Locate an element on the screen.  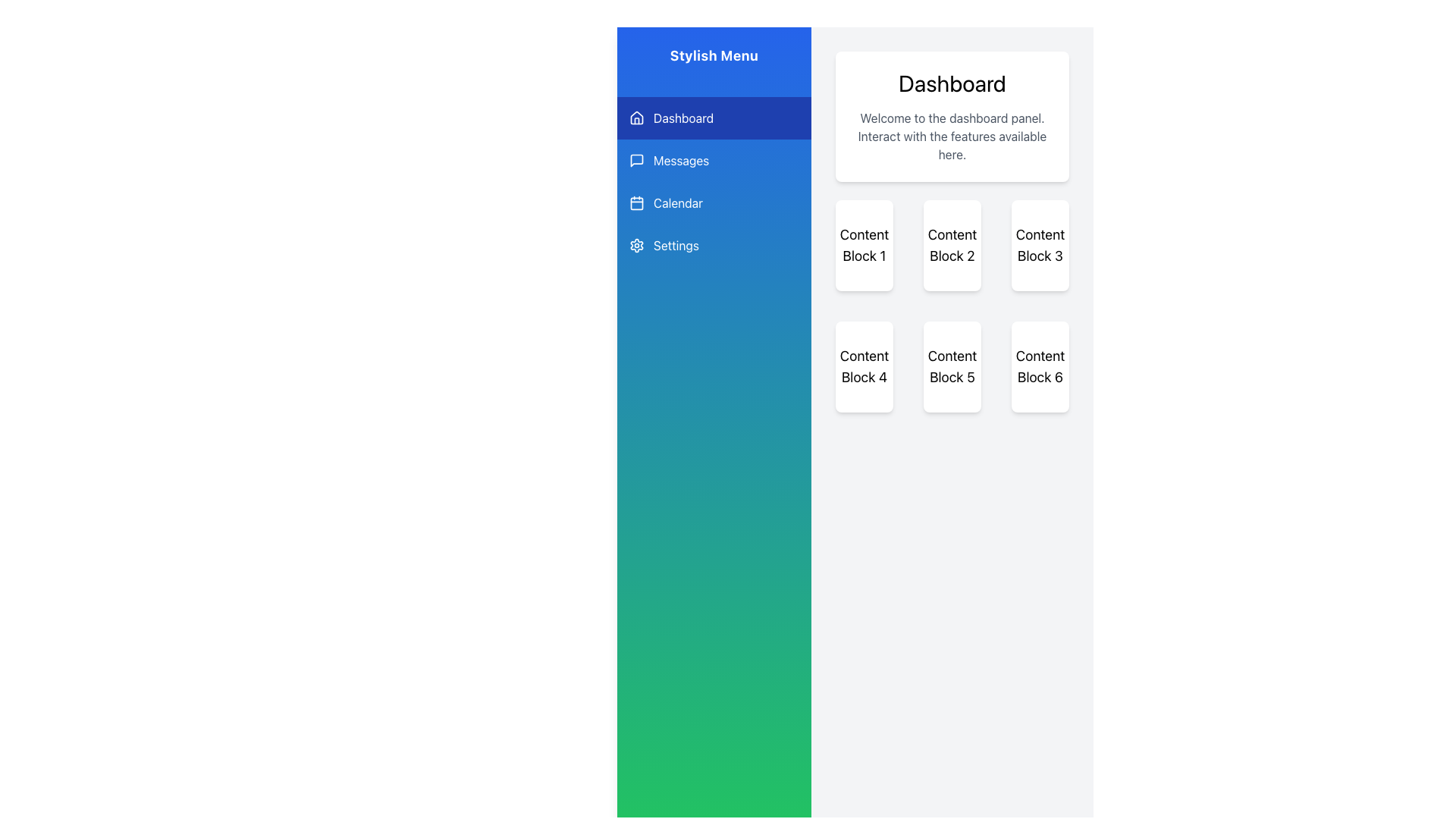
the 'Messages' option in the sidebar menu, which has a gradient background from blue to green and is located between 'Dashboard' and 'Calendar' is located at coordinates (713, 174).